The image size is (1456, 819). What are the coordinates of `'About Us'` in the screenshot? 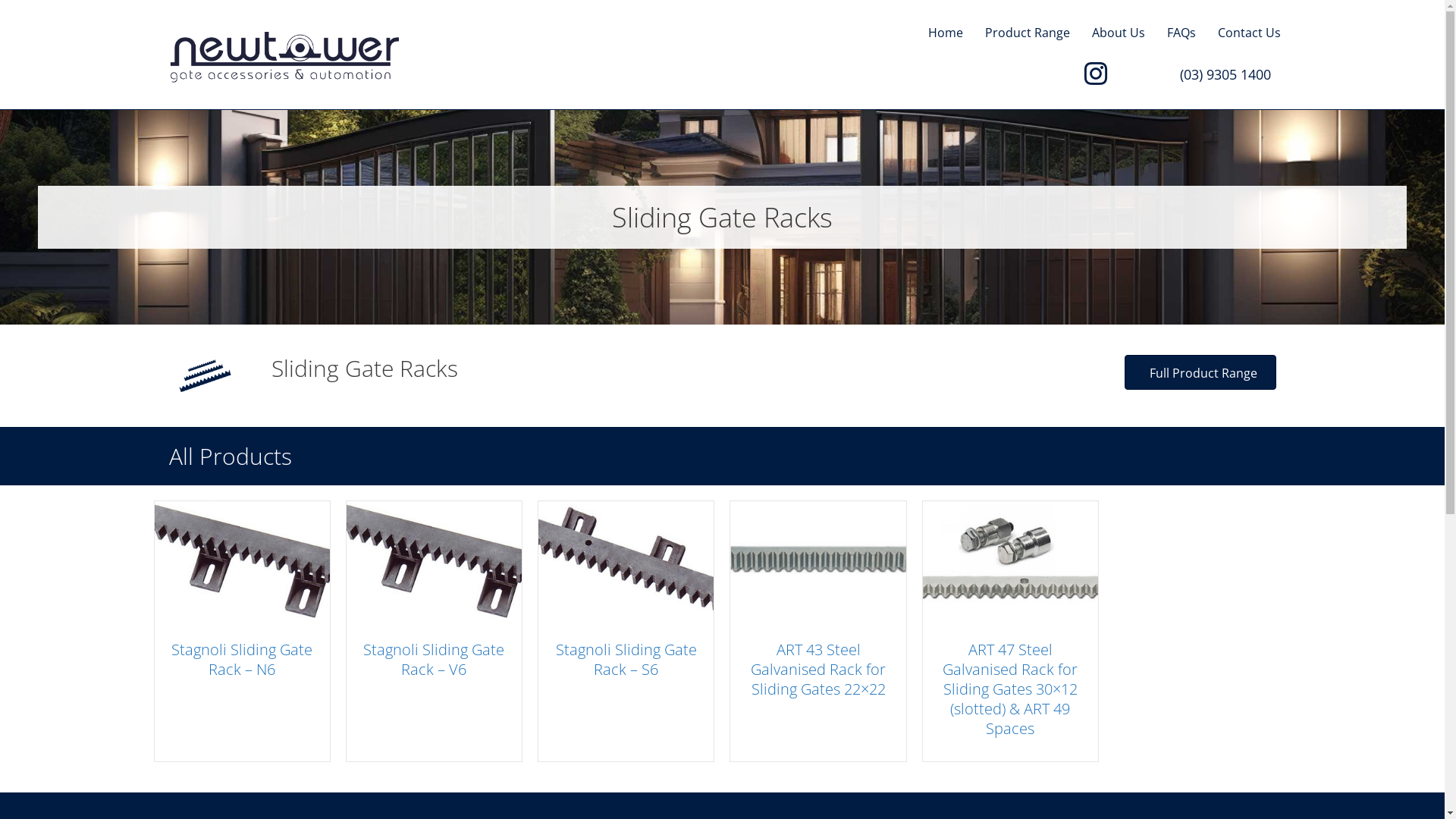 It's located at (1118, 33).